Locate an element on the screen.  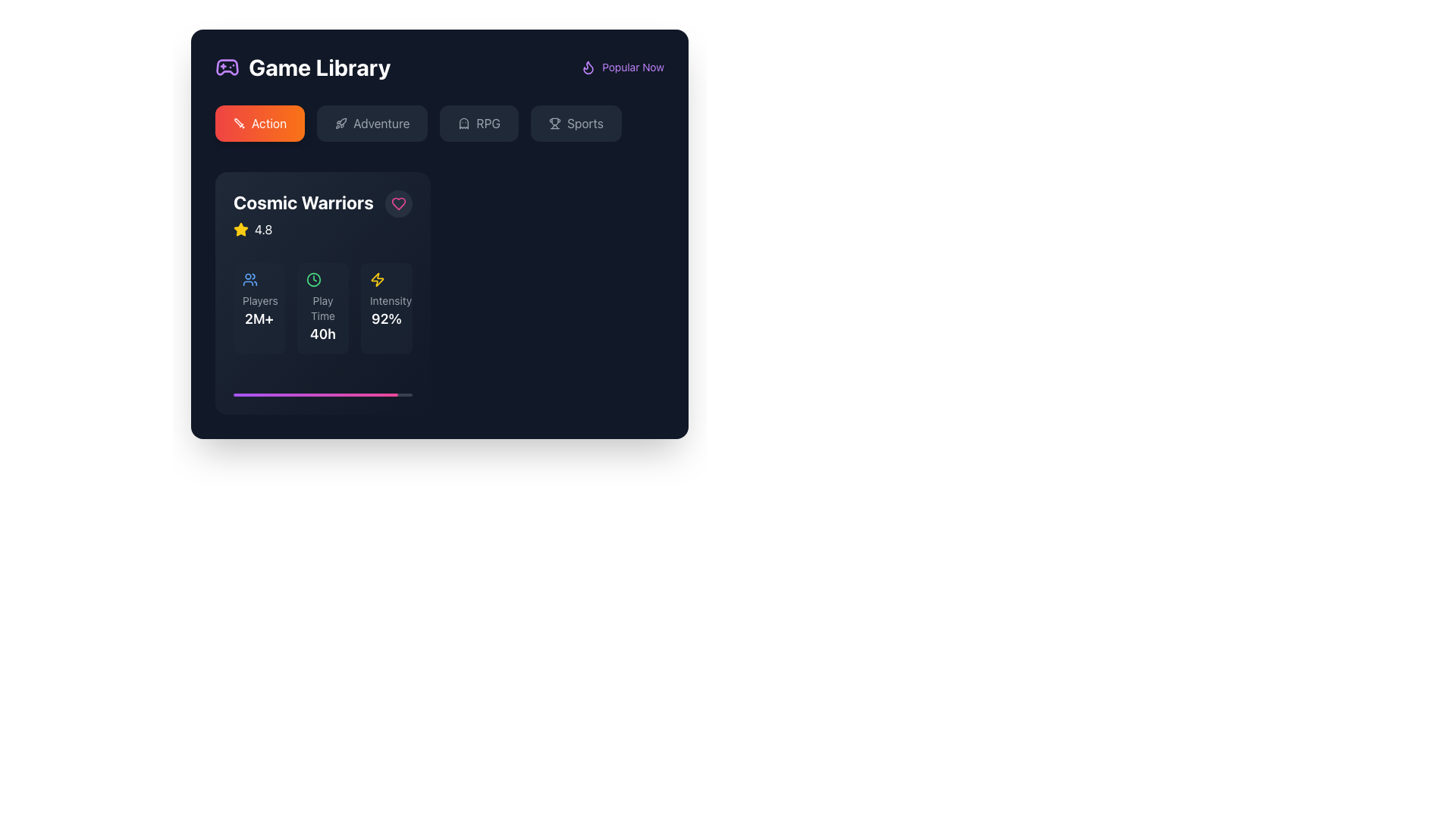
the lightning bolt-shaped icon styled in yellow within the Cosmic Warriors section of the user interface, located beneath the Intensity information block is located at coordinates (378, 280).